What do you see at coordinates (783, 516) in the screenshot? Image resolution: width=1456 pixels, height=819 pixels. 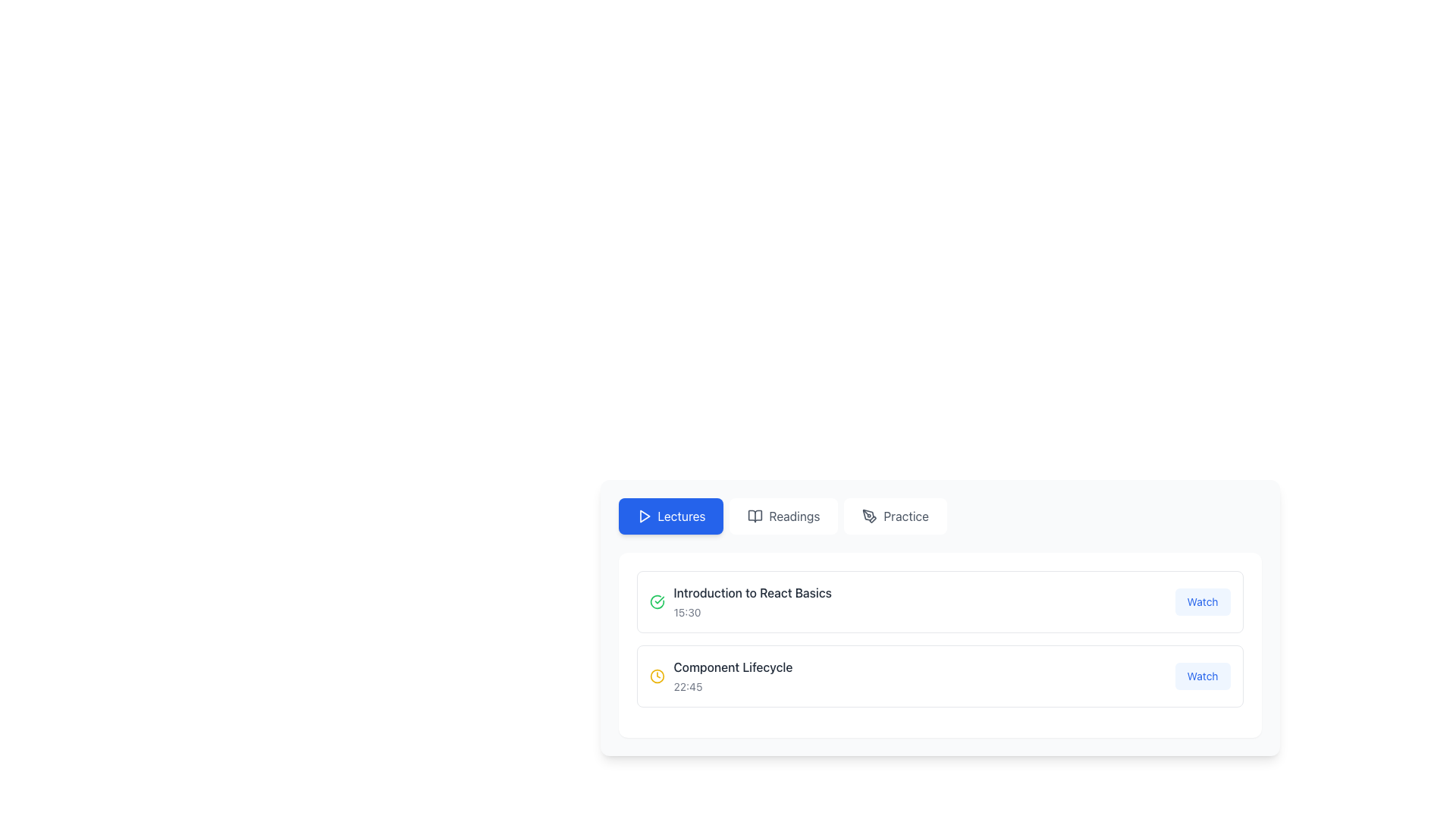 I see `the navigational button which directs users to readings or textual materials` at bounding box center [783, 516].